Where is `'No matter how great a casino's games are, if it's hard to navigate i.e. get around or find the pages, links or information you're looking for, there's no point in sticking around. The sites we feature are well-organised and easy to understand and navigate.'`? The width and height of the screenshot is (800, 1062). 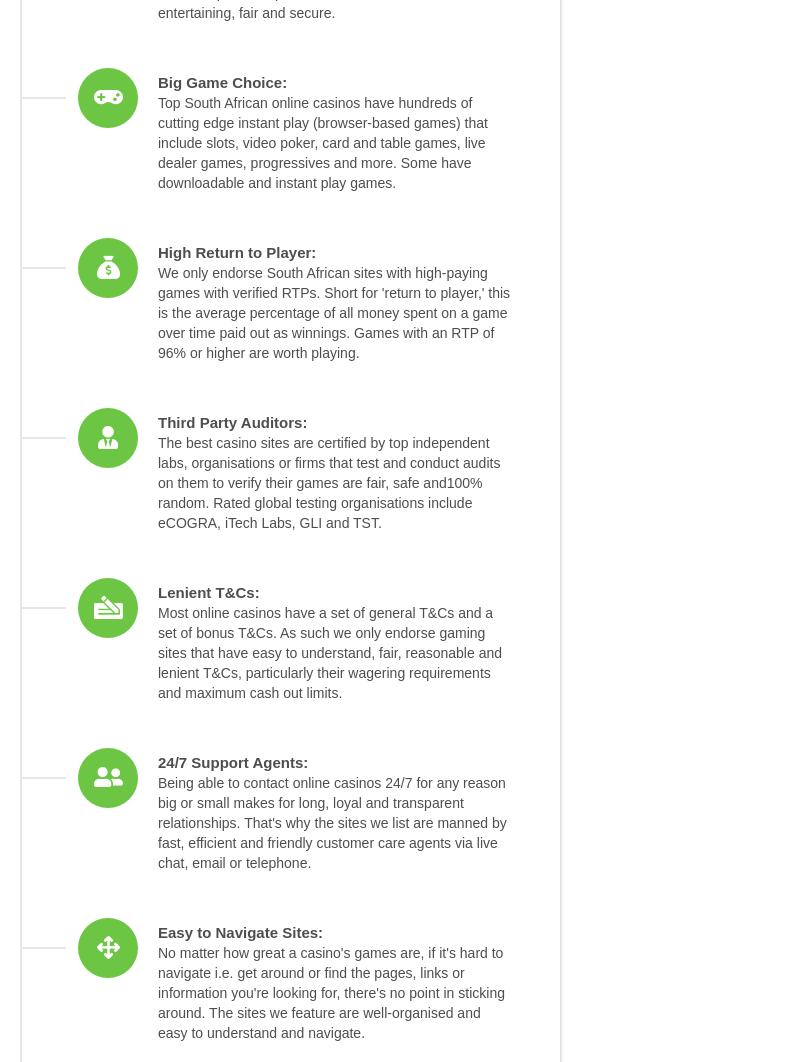 'No matter how great a casino's games are, if it's hard to navigate i.e. get around or find the pages, links or information you're looking for, there's no point in sticking around. The sites we feature are well-organised and easy to understand and navigate.' is located at coordinates (330, 991).